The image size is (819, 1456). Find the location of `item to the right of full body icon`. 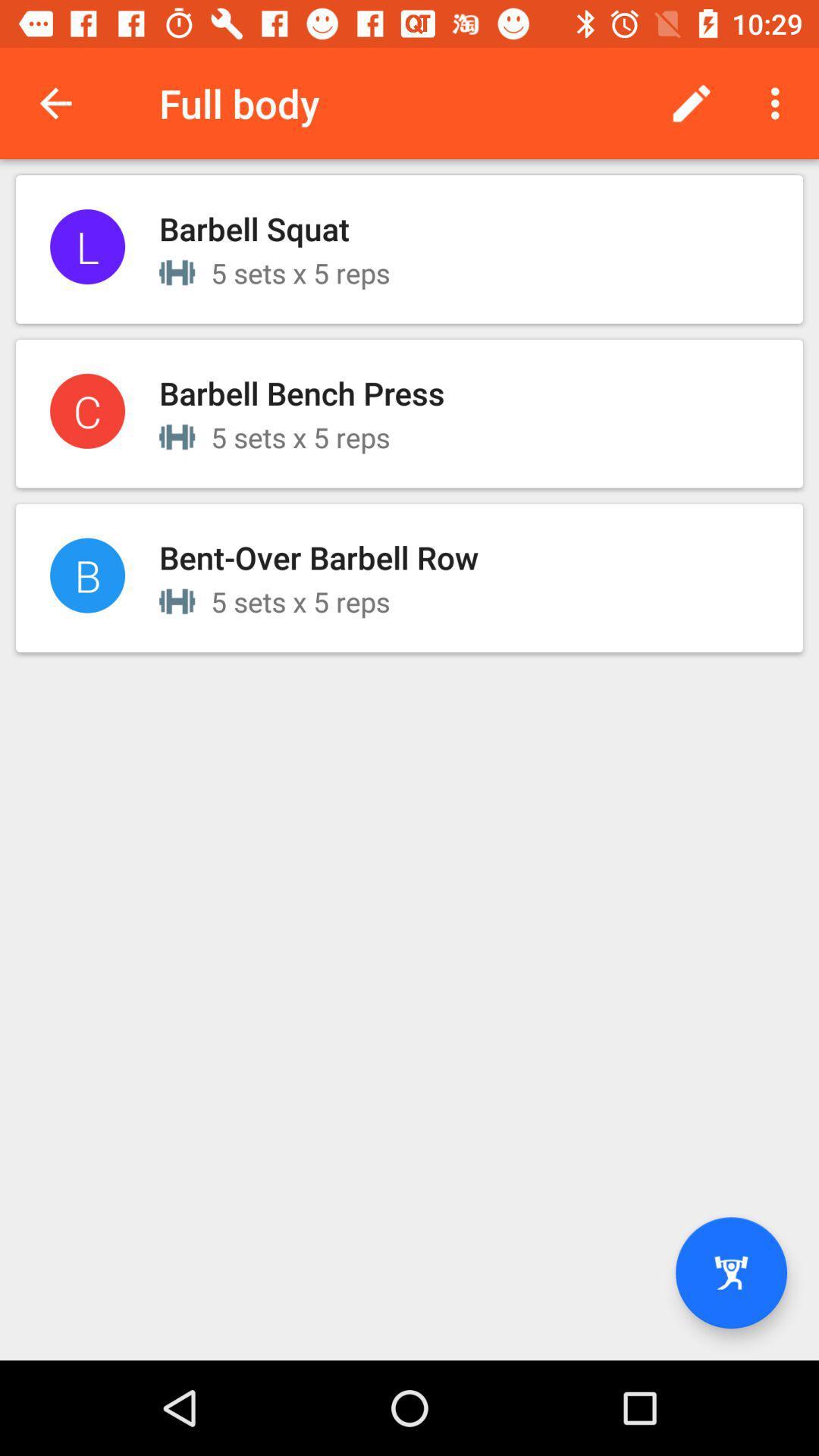

item to the right of full body icon is located at coordinates (691, 102).